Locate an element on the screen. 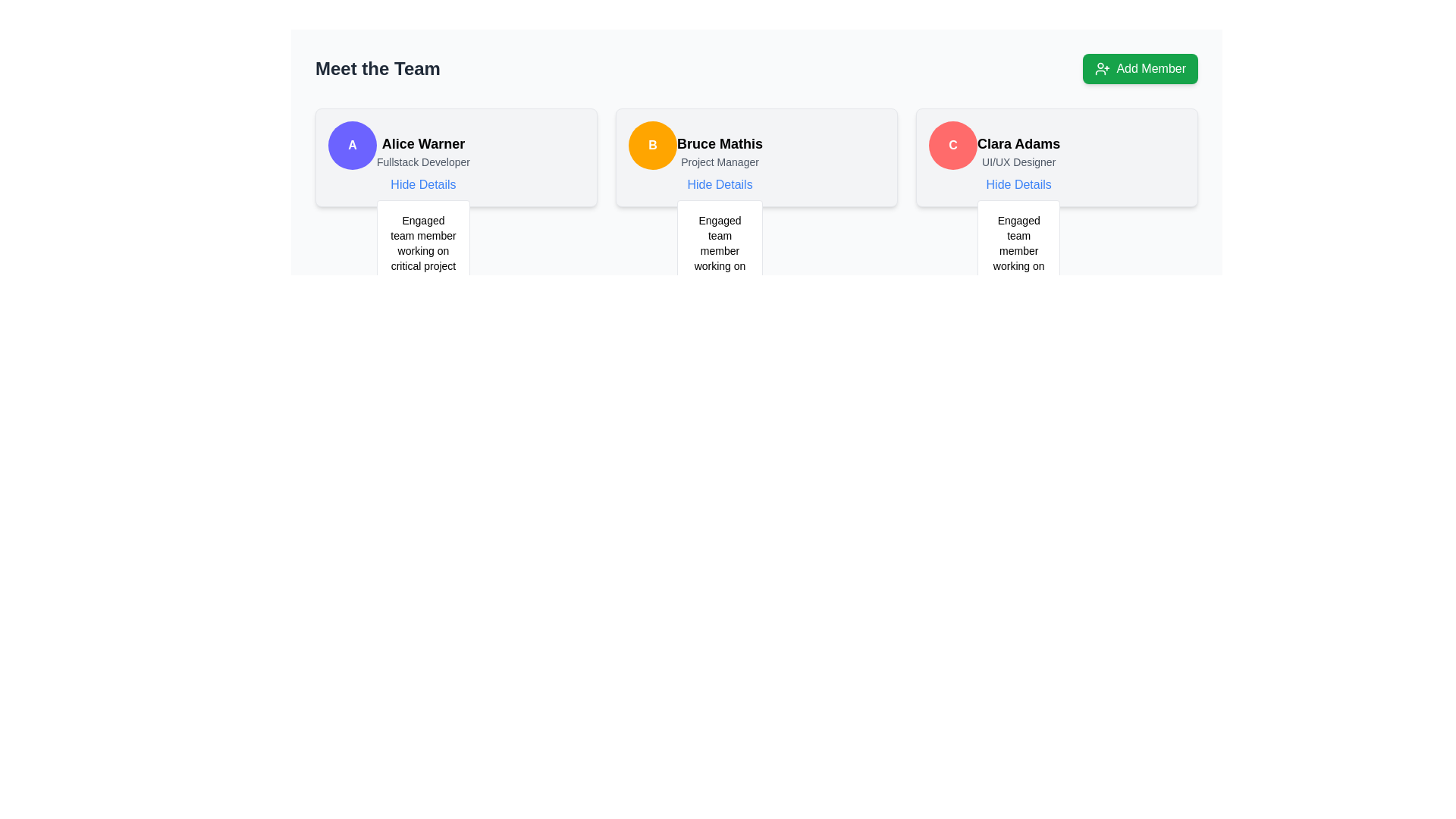 This screenshot has width=1456, height=819. the avatar icon representing 'Alice Warner', which displays her initials in a styled badge at the top-left corner of her card is located at coordinates (352, 146).